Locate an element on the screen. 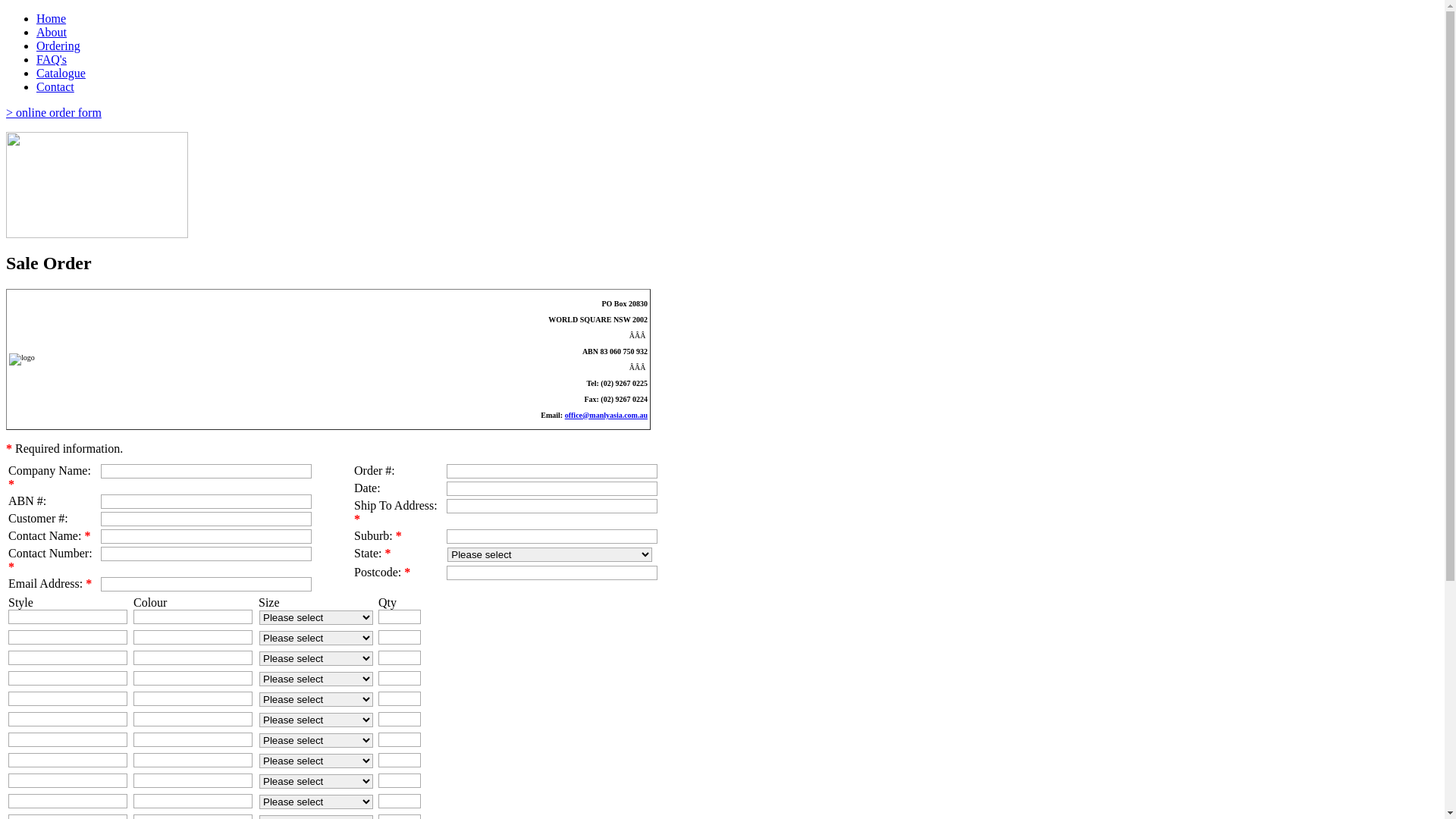 The image size is (1456, 819). '> online order form' is located at coordinates (54, 111).